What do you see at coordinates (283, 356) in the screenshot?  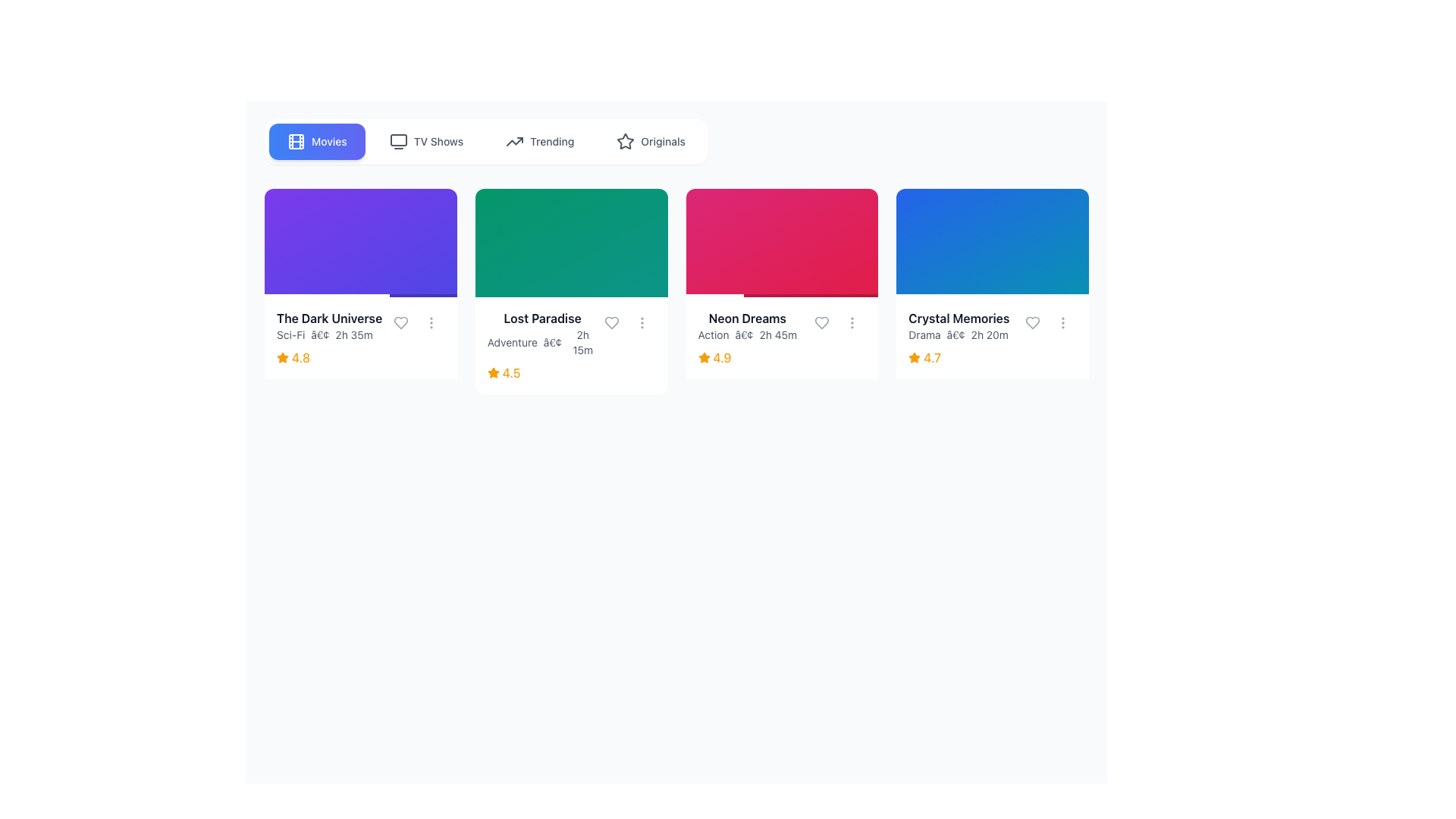 I see `the star icon representing a rating for 'The Dark Universe' which shows a rating of '4.8'` at bounding box center [283, 356].